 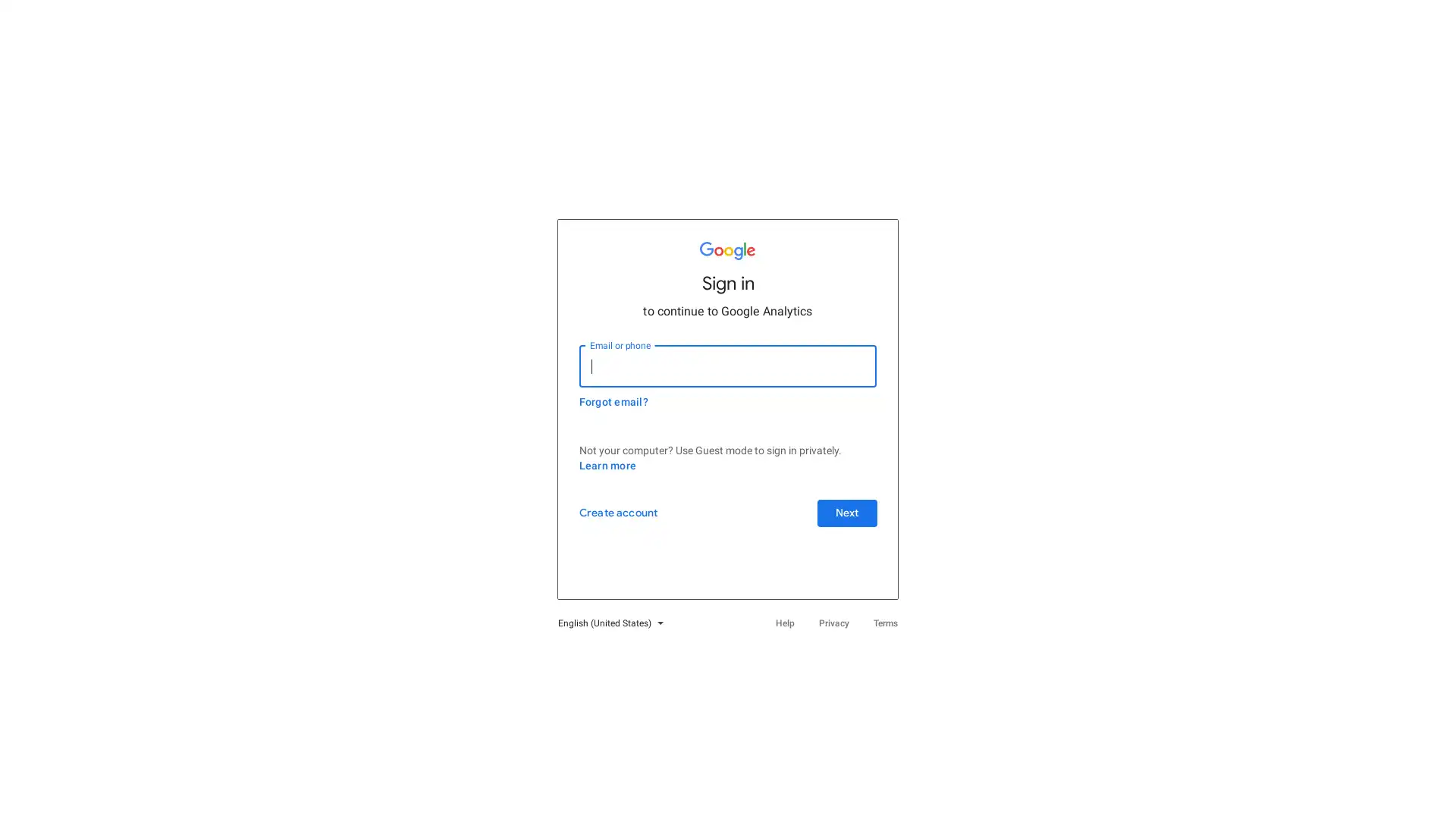 I want to click on Next, so click(x=836, y=526).